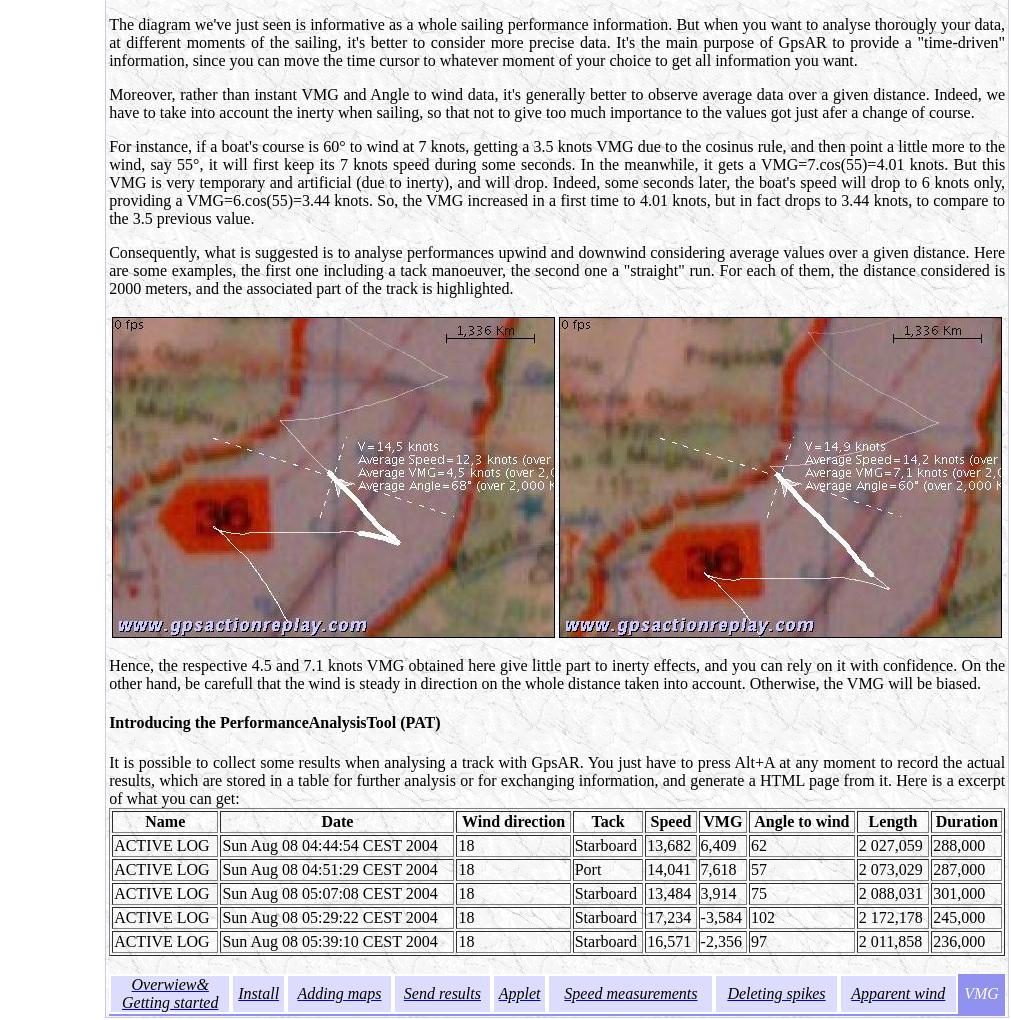  Describe the element at coordinates (668, 844) in the screenshot. I see `'13,682'` at that location.